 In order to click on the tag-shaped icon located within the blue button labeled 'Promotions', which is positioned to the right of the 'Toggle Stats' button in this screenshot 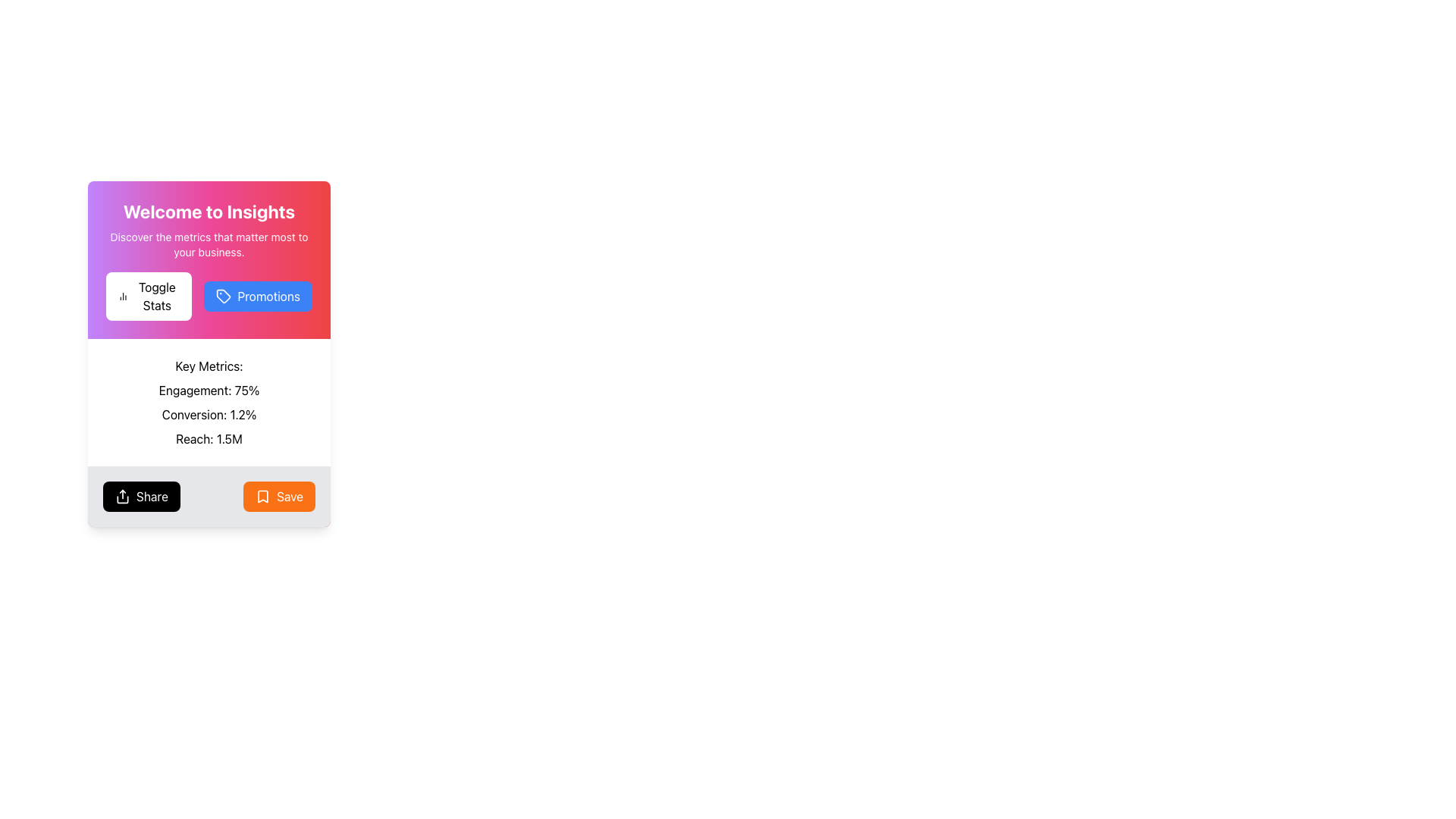, I will do `click(223, 296)`.